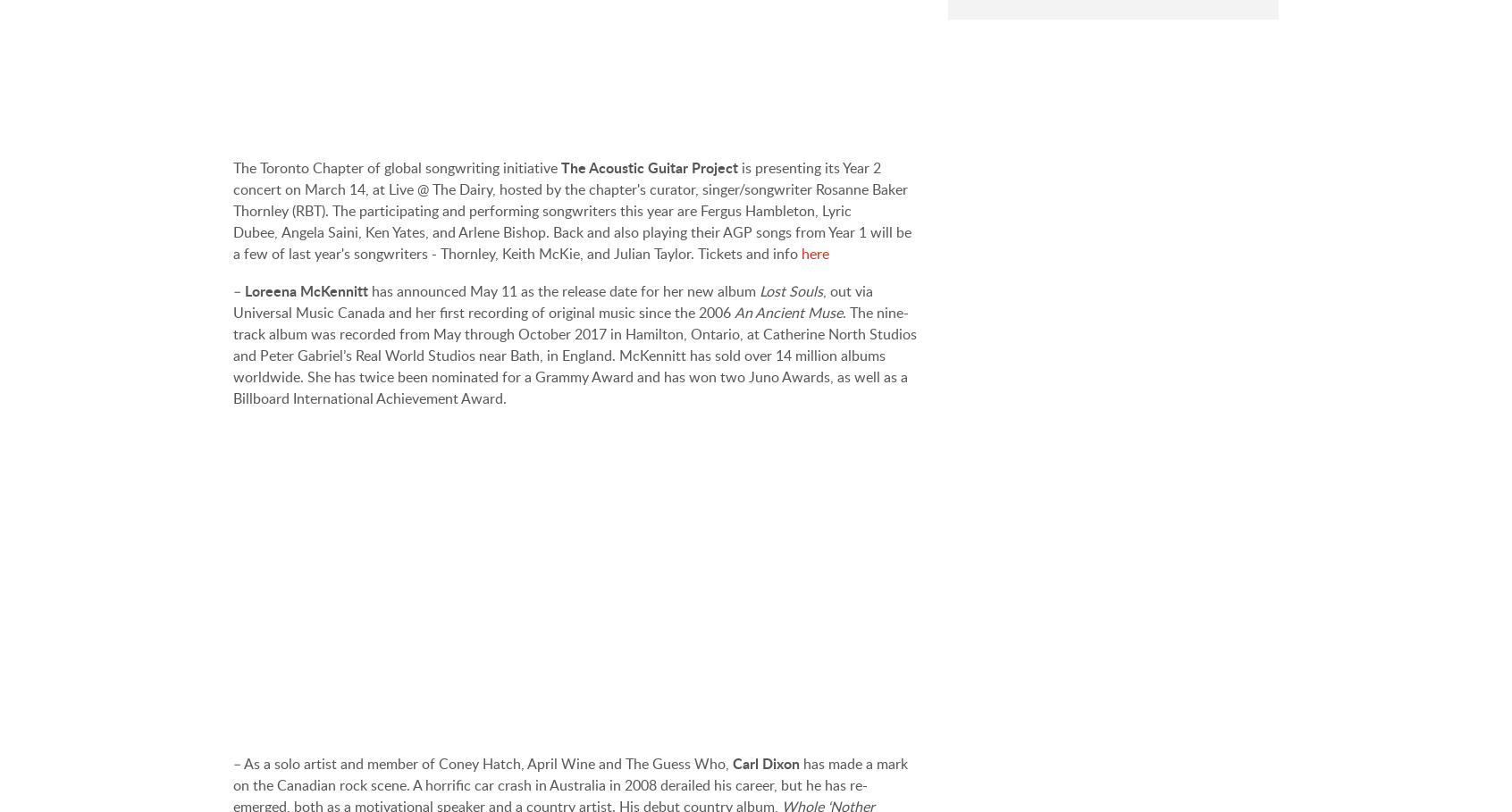  What do you see at coordinates (578, 290) in the screenshot?
I see `'announced May 11 as the release date for her new album'` at bounding box center [578, 290].